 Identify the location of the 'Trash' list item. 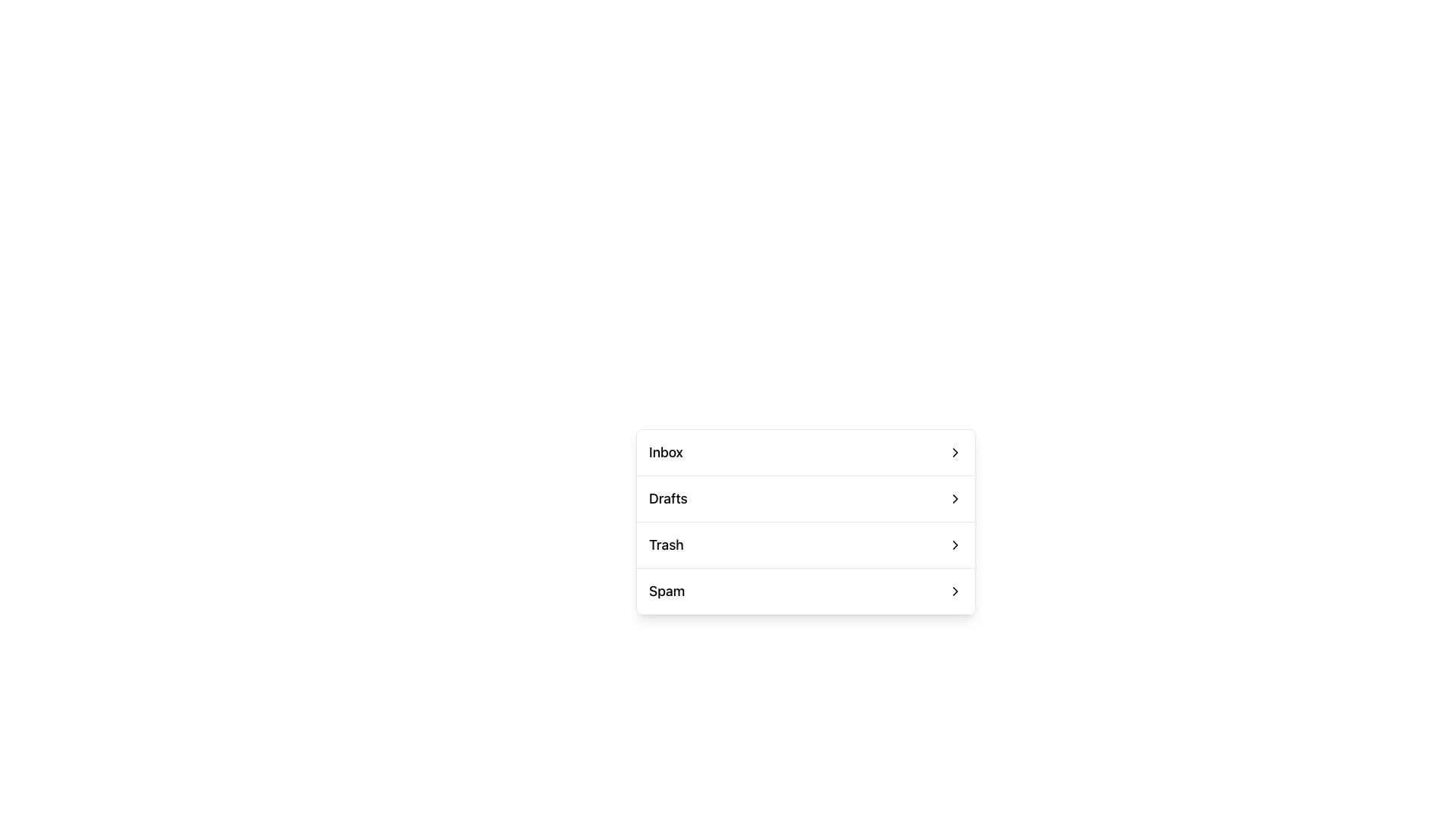
(805, 521).